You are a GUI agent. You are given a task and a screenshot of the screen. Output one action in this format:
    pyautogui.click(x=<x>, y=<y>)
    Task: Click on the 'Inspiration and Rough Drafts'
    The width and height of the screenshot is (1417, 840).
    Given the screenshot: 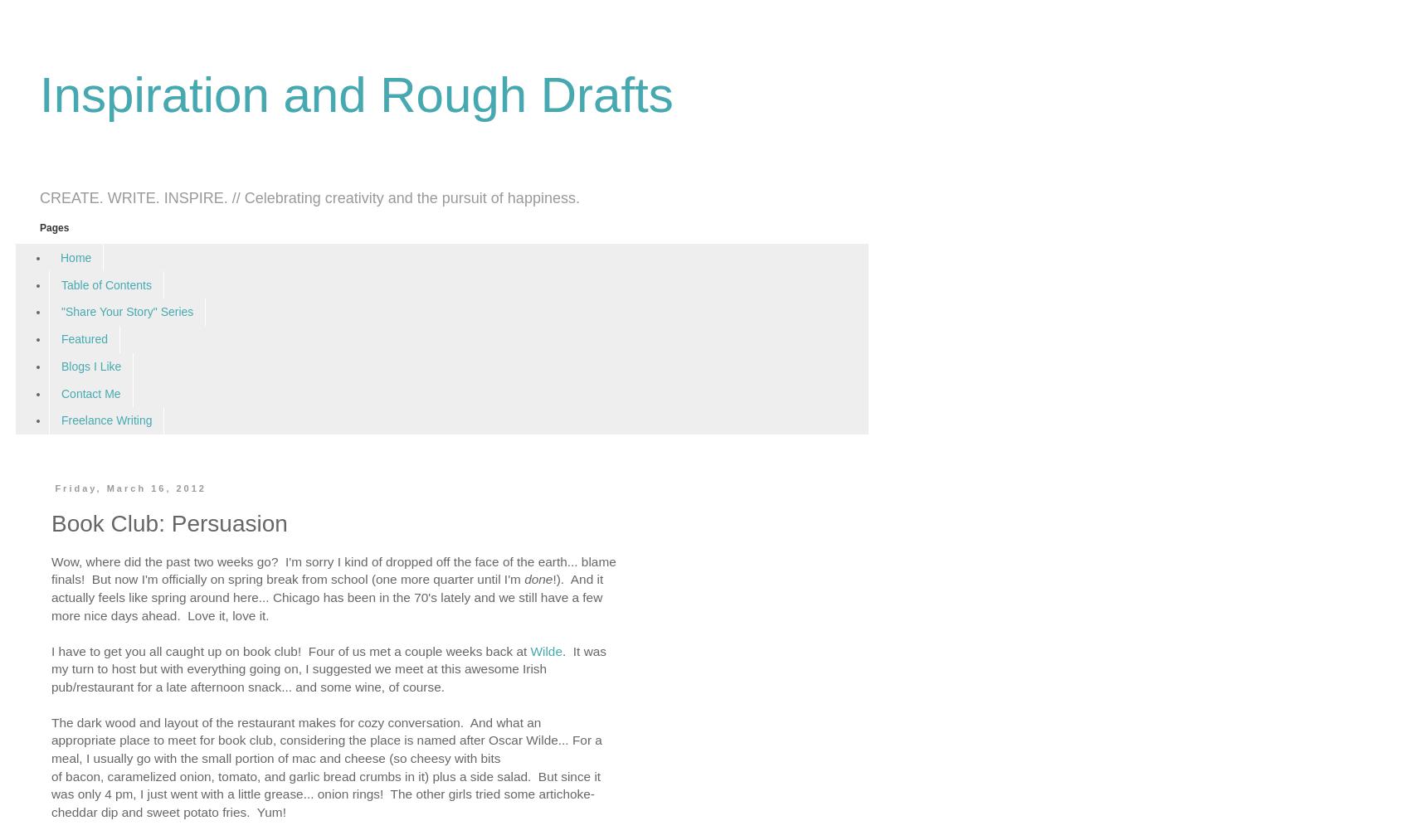 What is the action you would take?
    pyautogui.click(x=39, y=95)
    